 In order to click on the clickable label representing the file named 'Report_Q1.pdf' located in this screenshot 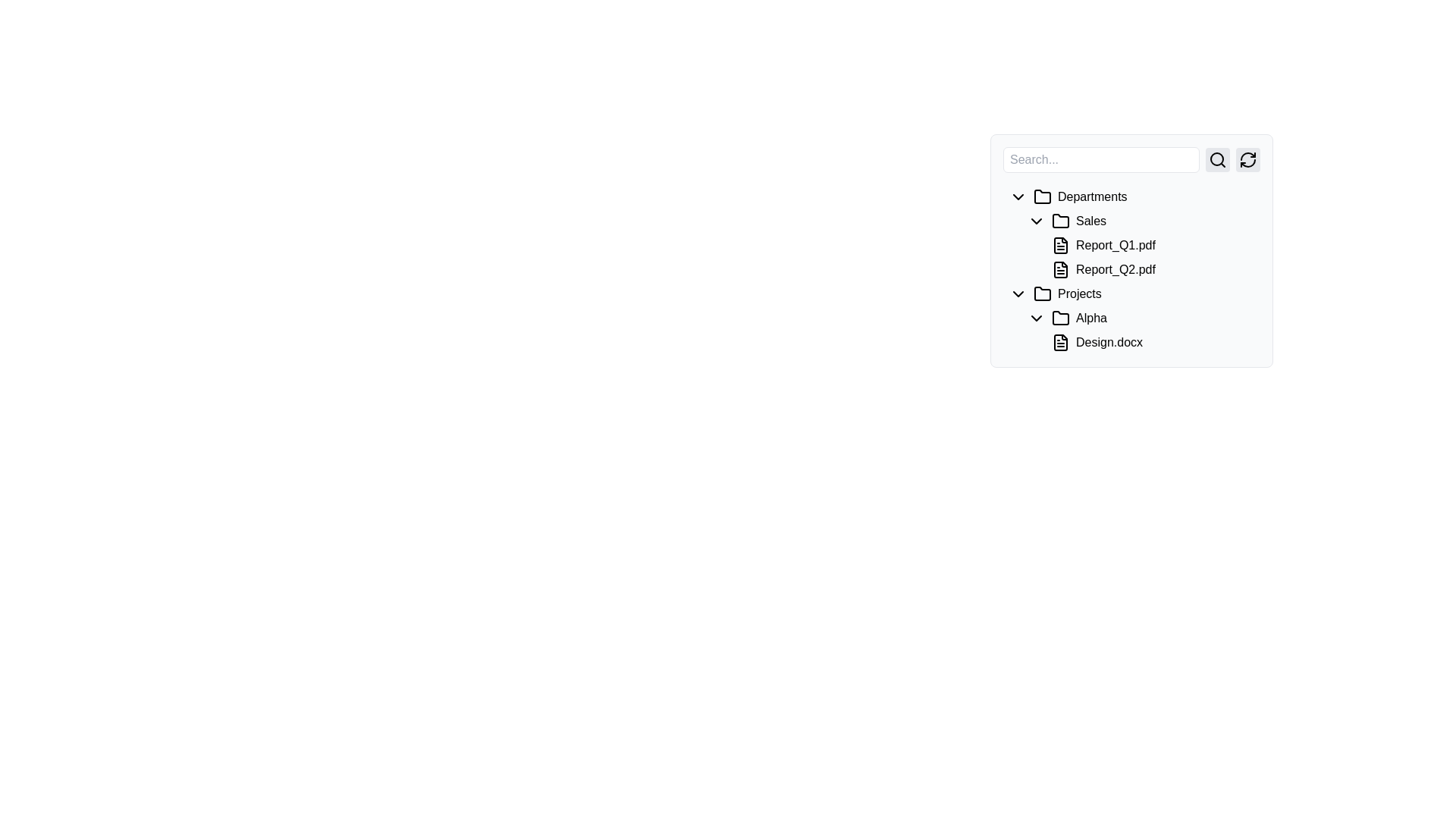, I will do `click(1150, 245)`.